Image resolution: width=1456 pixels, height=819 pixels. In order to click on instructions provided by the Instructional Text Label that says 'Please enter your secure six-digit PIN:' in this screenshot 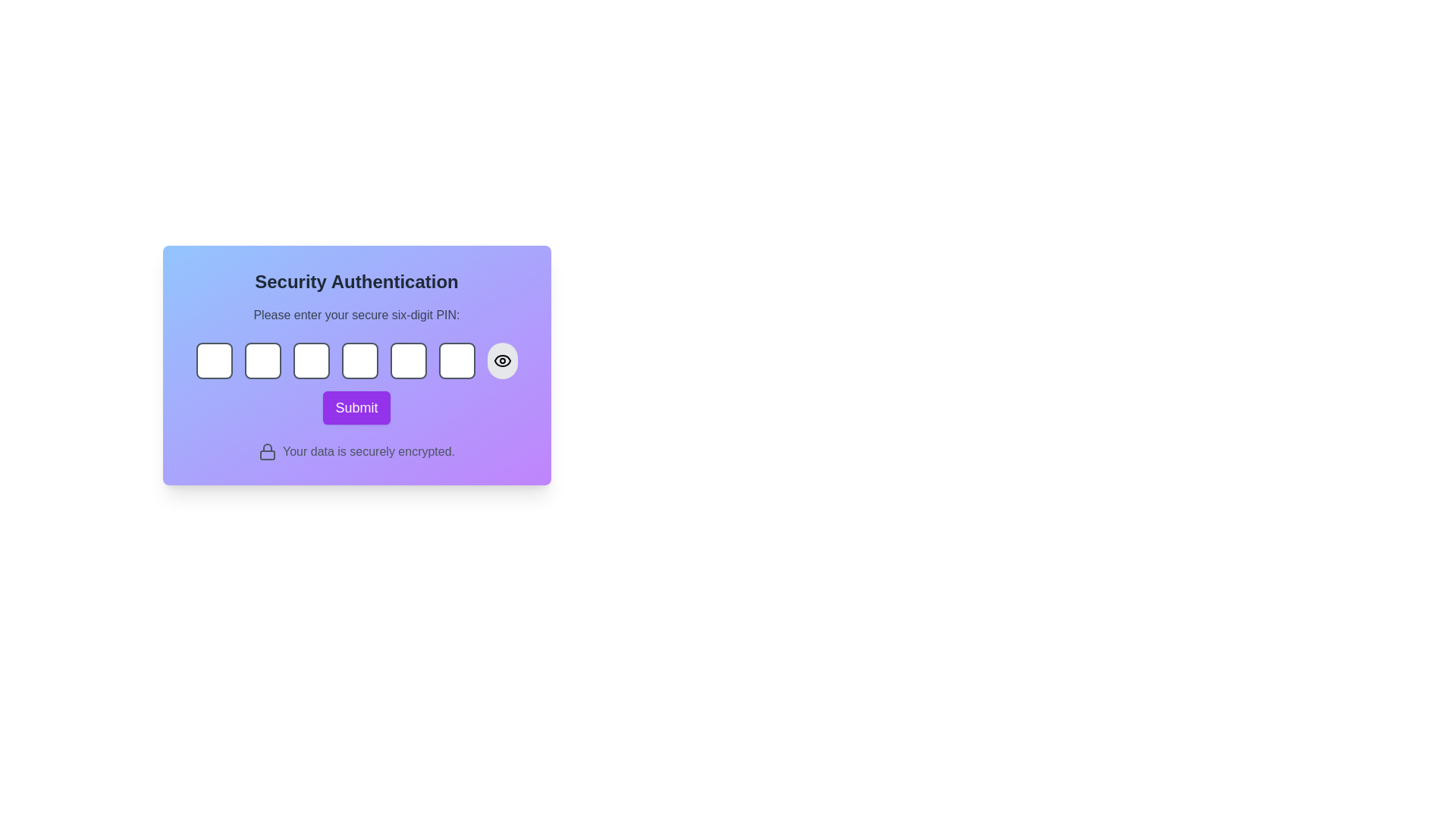, I will do `click(356, 315)`.